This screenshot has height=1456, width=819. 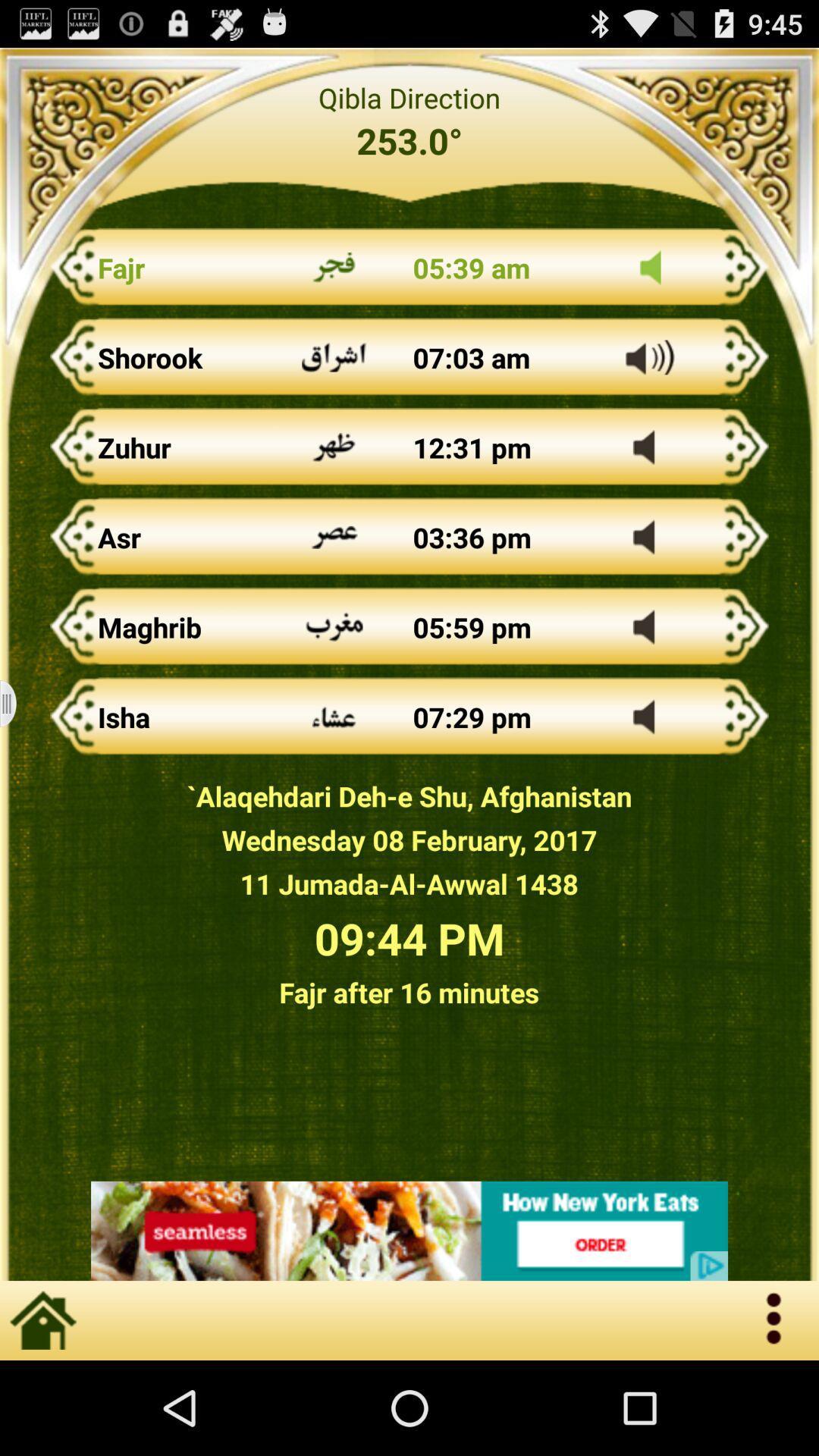 What do you see at coordinates (17, 703) in the screenshot?
I see `side navigation menu` at bounding box center [17, 703].